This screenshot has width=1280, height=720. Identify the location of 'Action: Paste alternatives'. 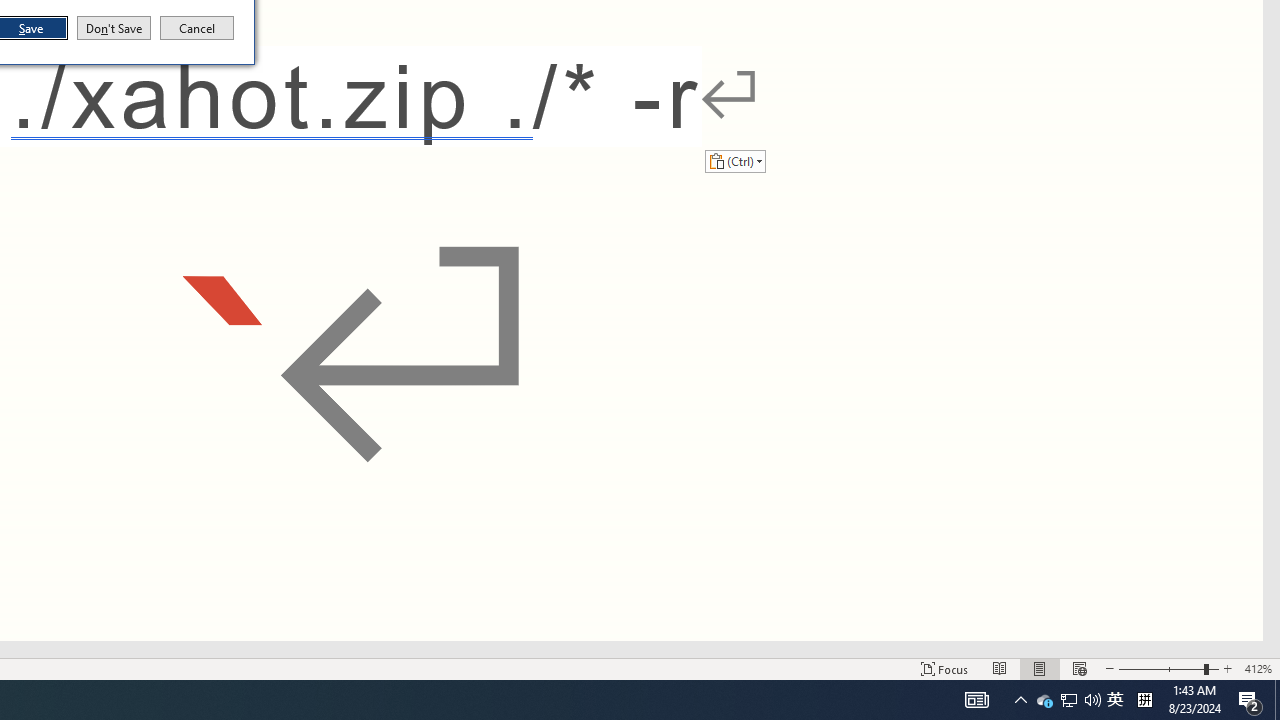
(734, 160).